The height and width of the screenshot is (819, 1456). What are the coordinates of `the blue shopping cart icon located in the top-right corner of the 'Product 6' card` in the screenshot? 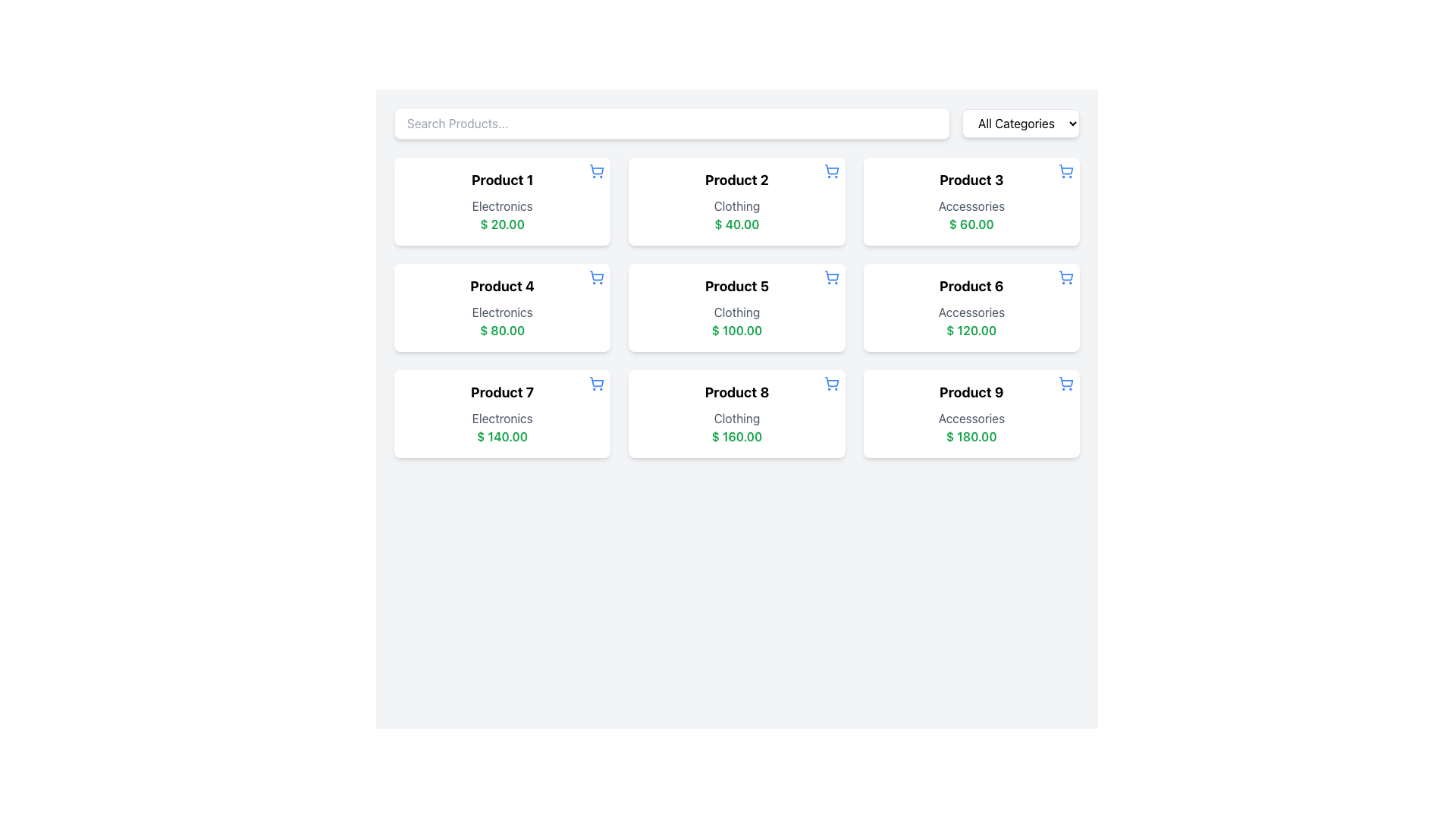 It's located at (1065, 278).